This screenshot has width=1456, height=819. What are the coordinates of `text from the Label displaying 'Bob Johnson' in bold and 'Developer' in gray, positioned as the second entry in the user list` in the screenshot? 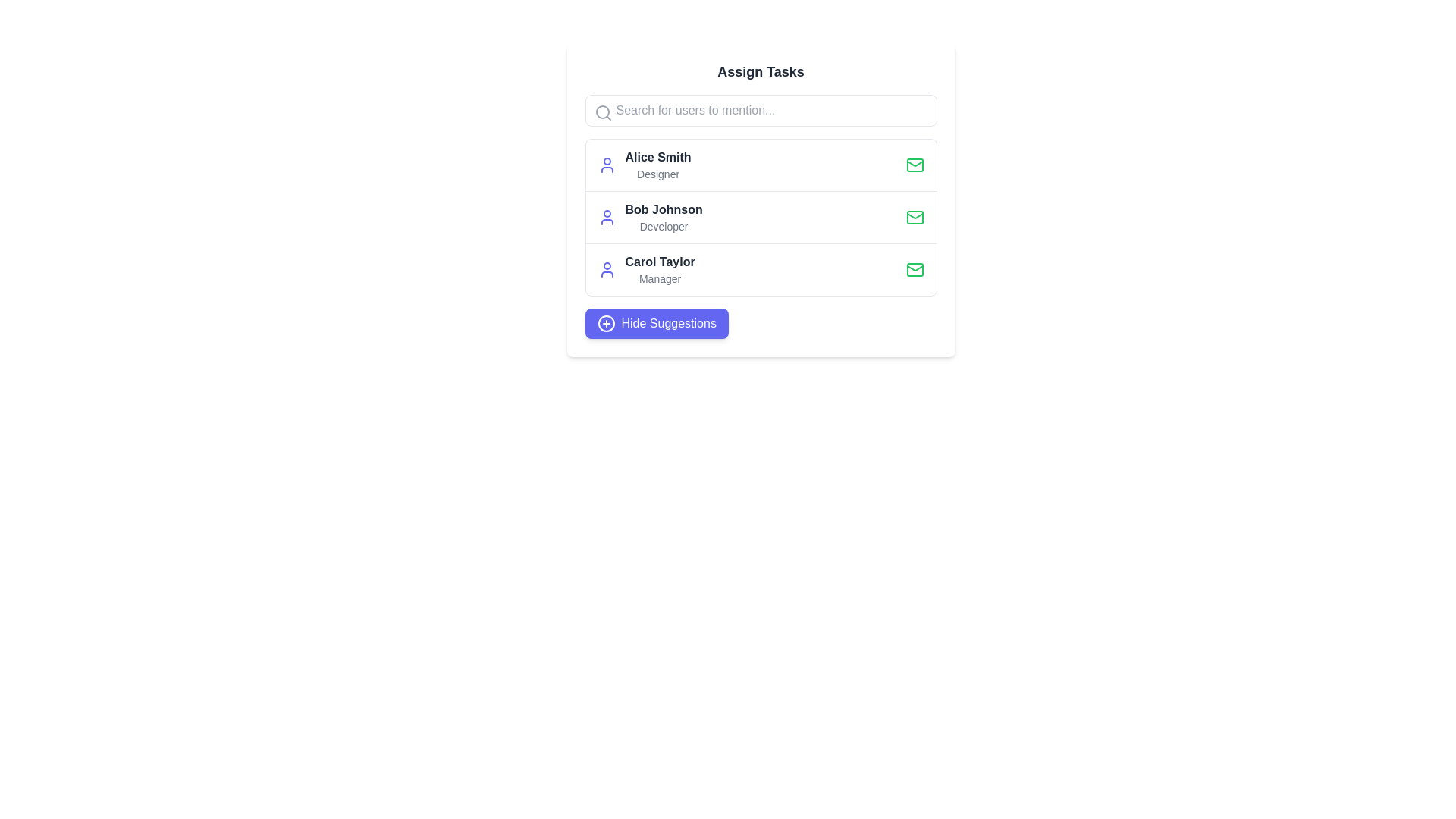 It's located at (664, 217).